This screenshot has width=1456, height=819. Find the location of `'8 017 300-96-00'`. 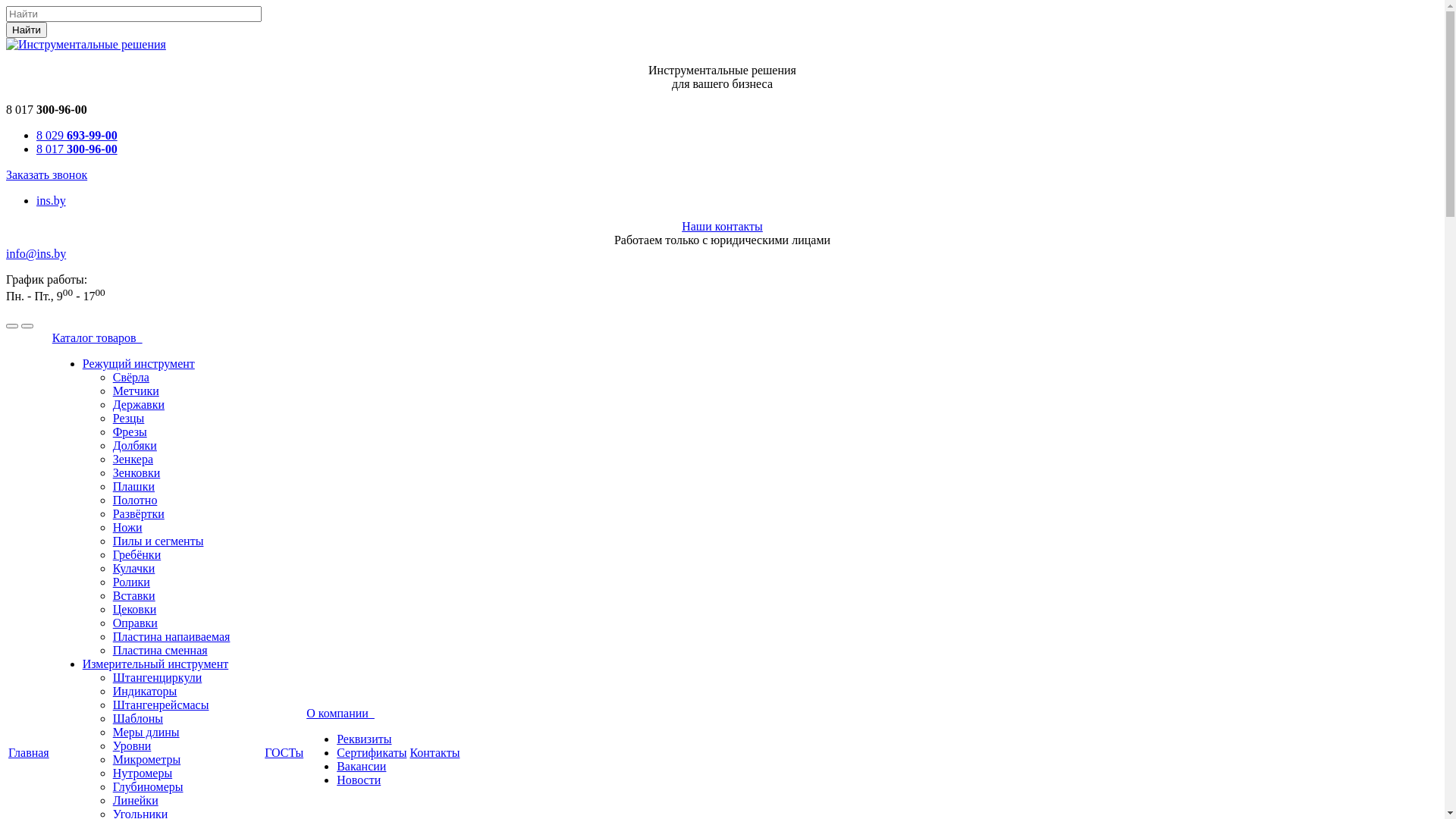

'8 017 300-96-00' is located at coordinates (76, 149).